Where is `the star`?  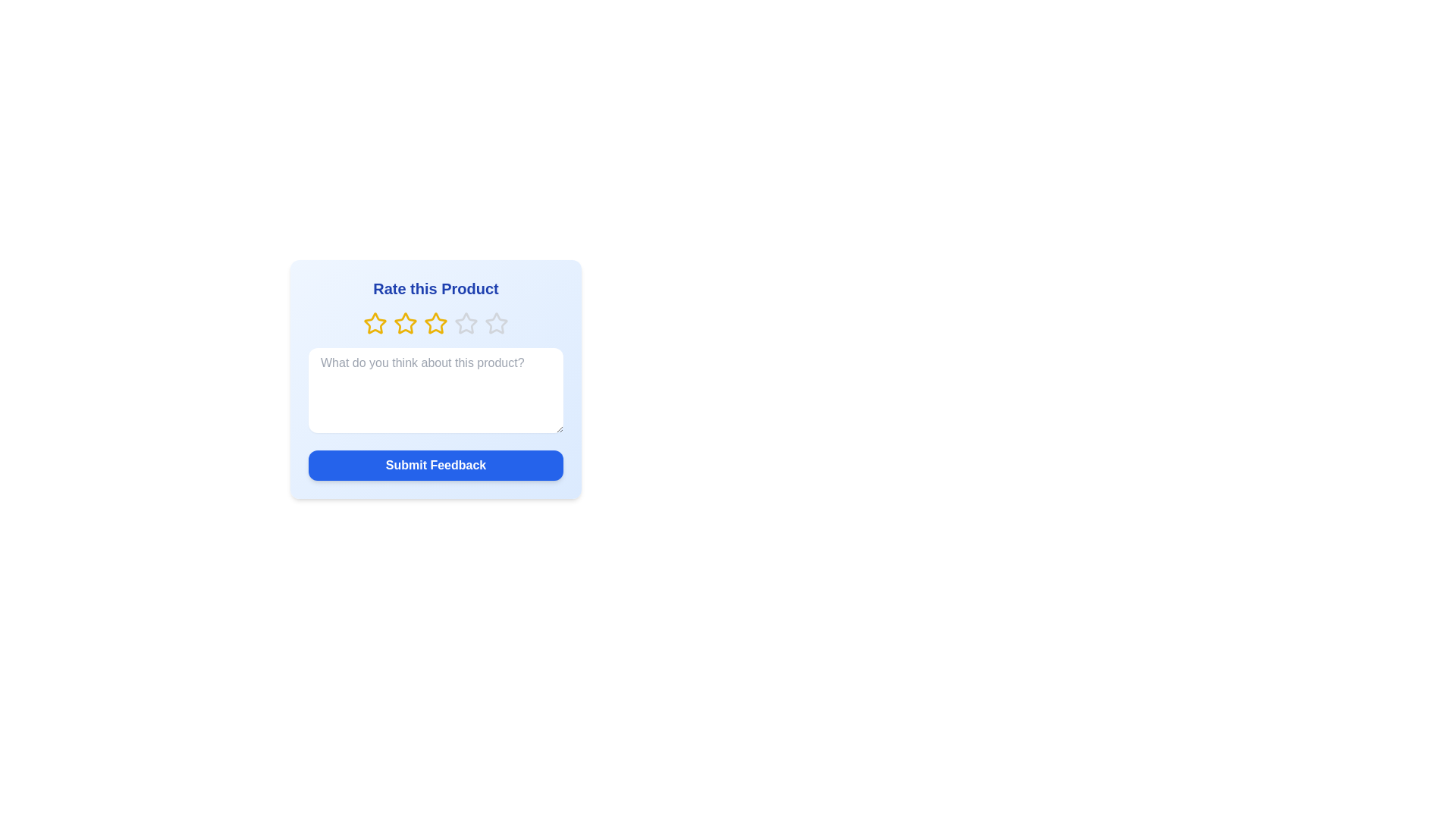 the star is located at coordinates (435, 323).